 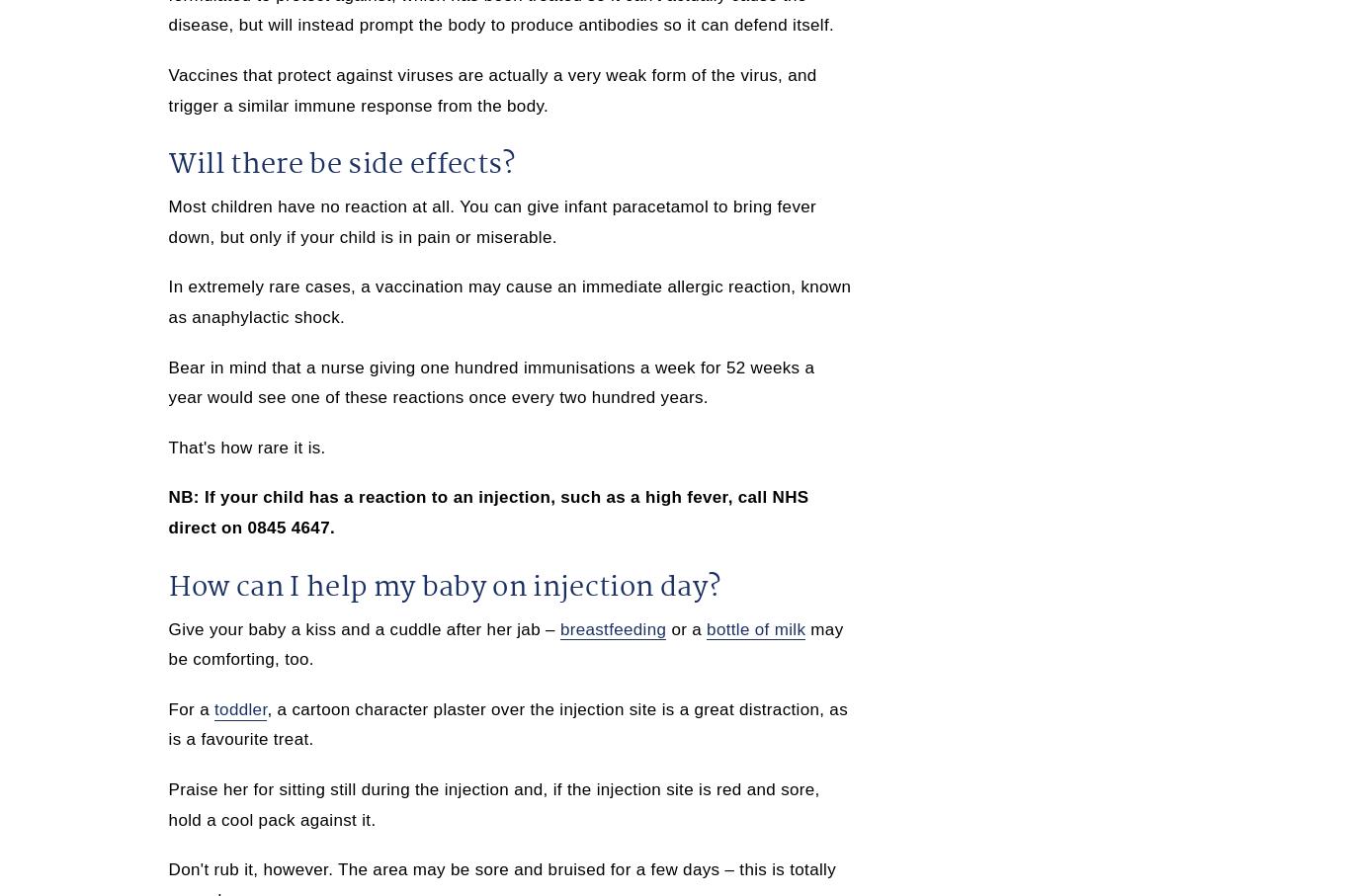 I want to click on 'bottle of milk', so click(x=755, y=628).